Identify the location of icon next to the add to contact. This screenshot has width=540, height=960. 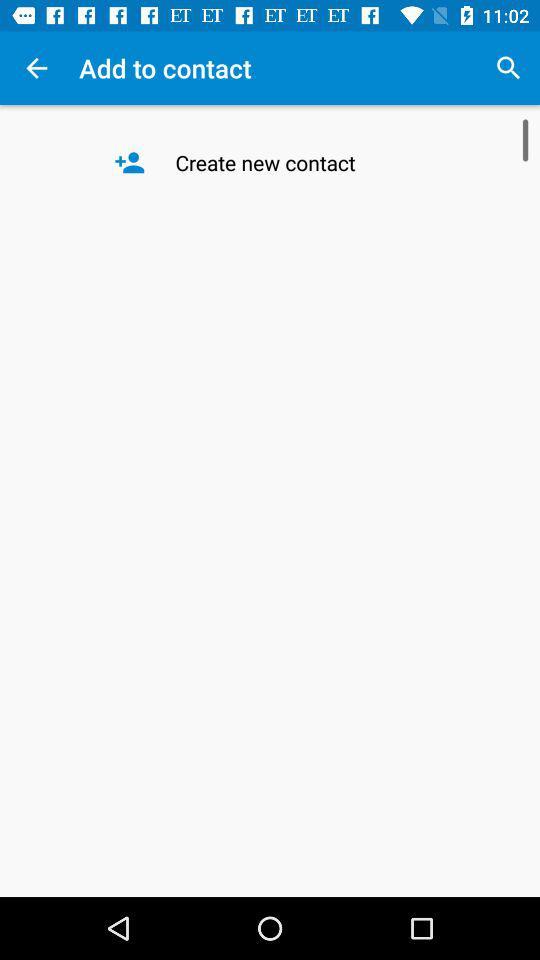
(508, 68).